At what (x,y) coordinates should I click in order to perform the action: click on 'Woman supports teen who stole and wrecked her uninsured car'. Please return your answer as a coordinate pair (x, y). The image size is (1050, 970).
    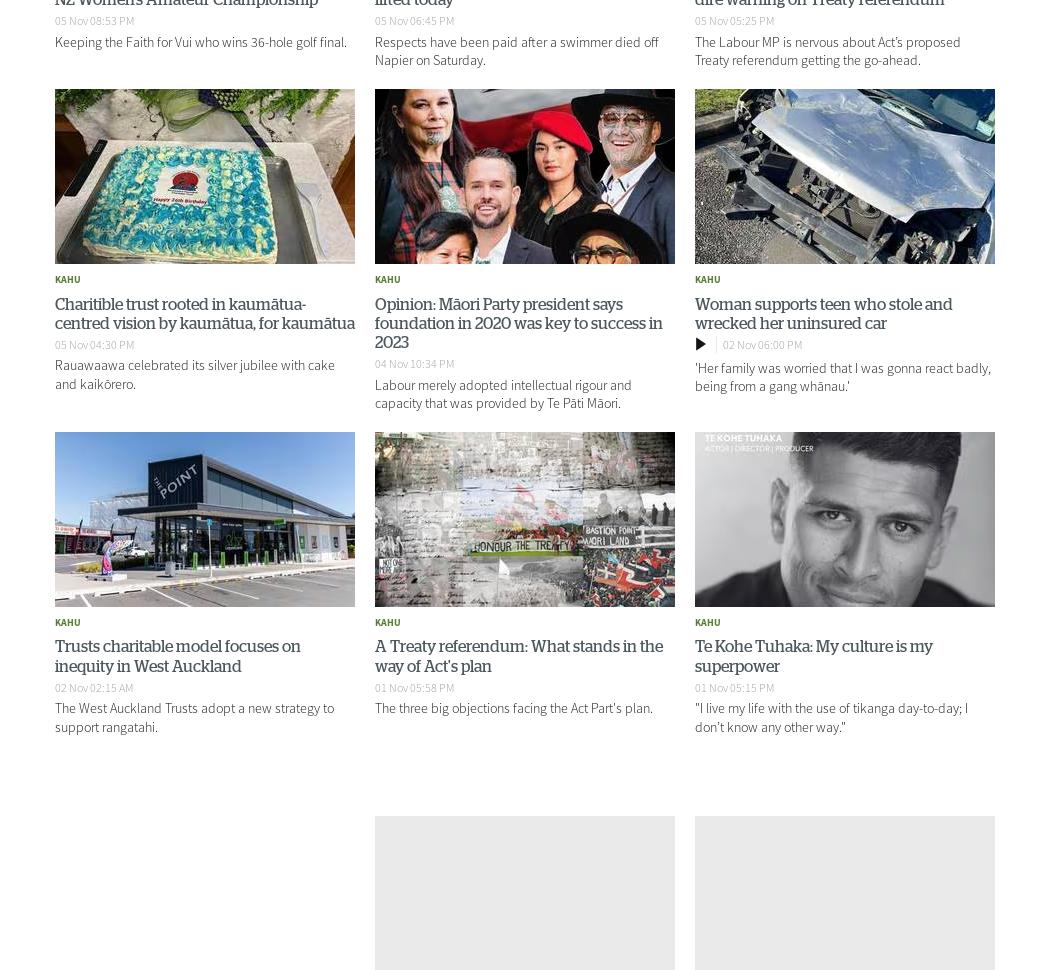
    Looking at the image, I should click on (821, 313).